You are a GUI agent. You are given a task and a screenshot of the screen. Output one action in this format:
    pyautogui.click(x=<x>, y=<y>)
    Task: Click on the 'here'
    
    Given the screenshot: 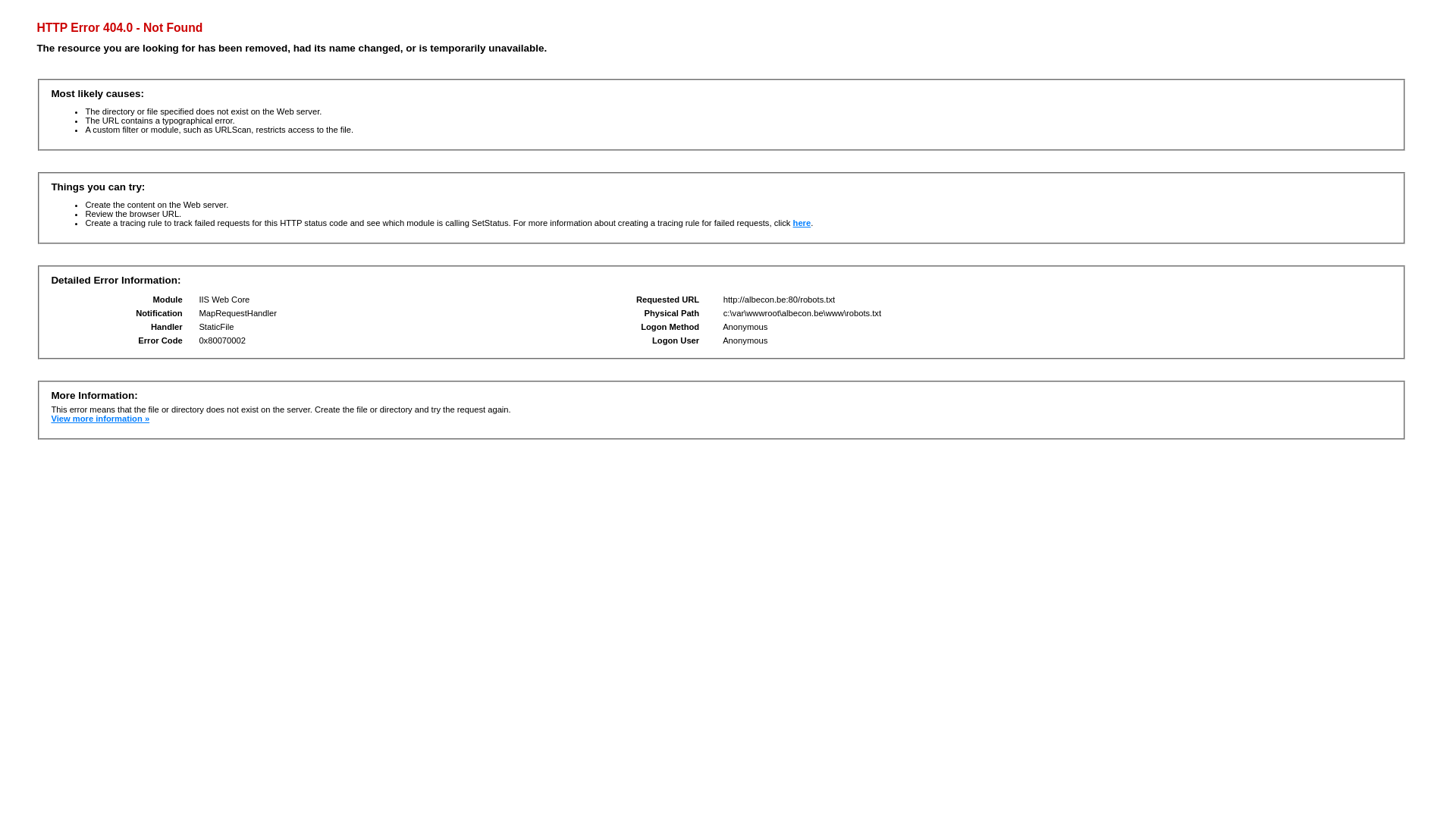 What is the action you would take?
    pyautogui.click(x=792, y=222)
    